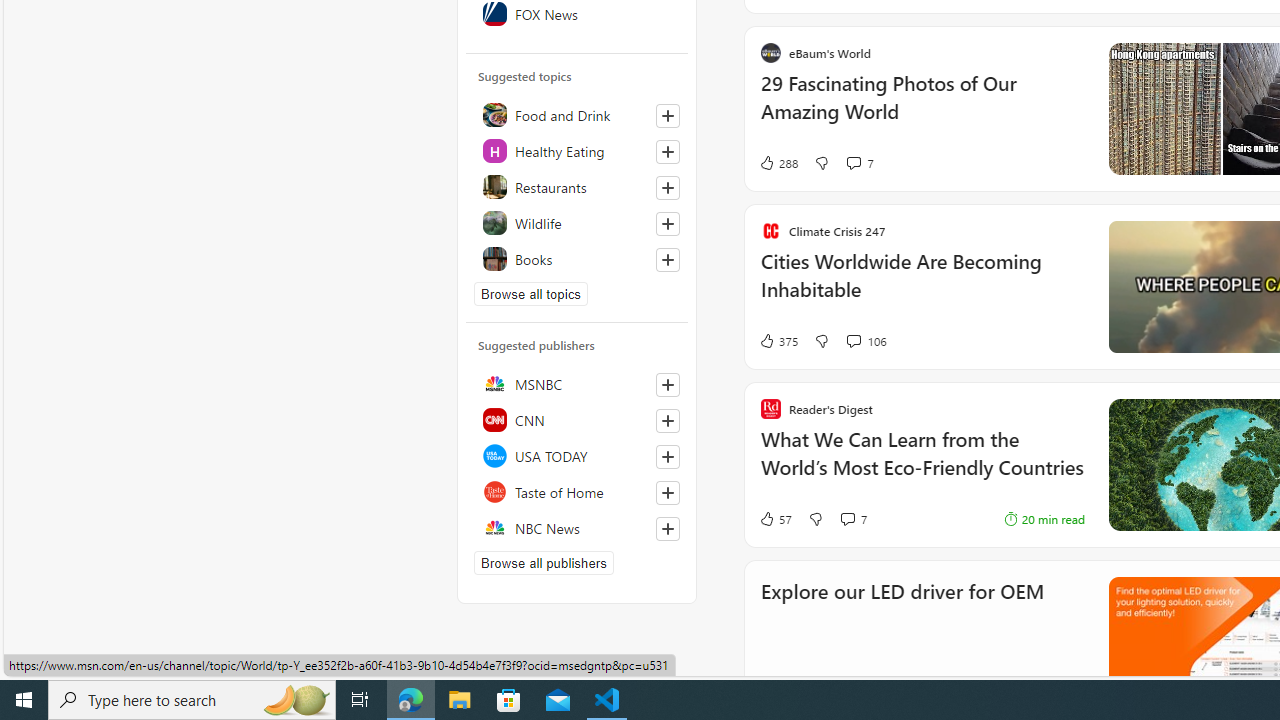 Image resolution: width=1280 pixels, height=720 pixels. Describe the element at coordinates (668, 527) in the screenshot. I see `'Follow this source'` at that location.